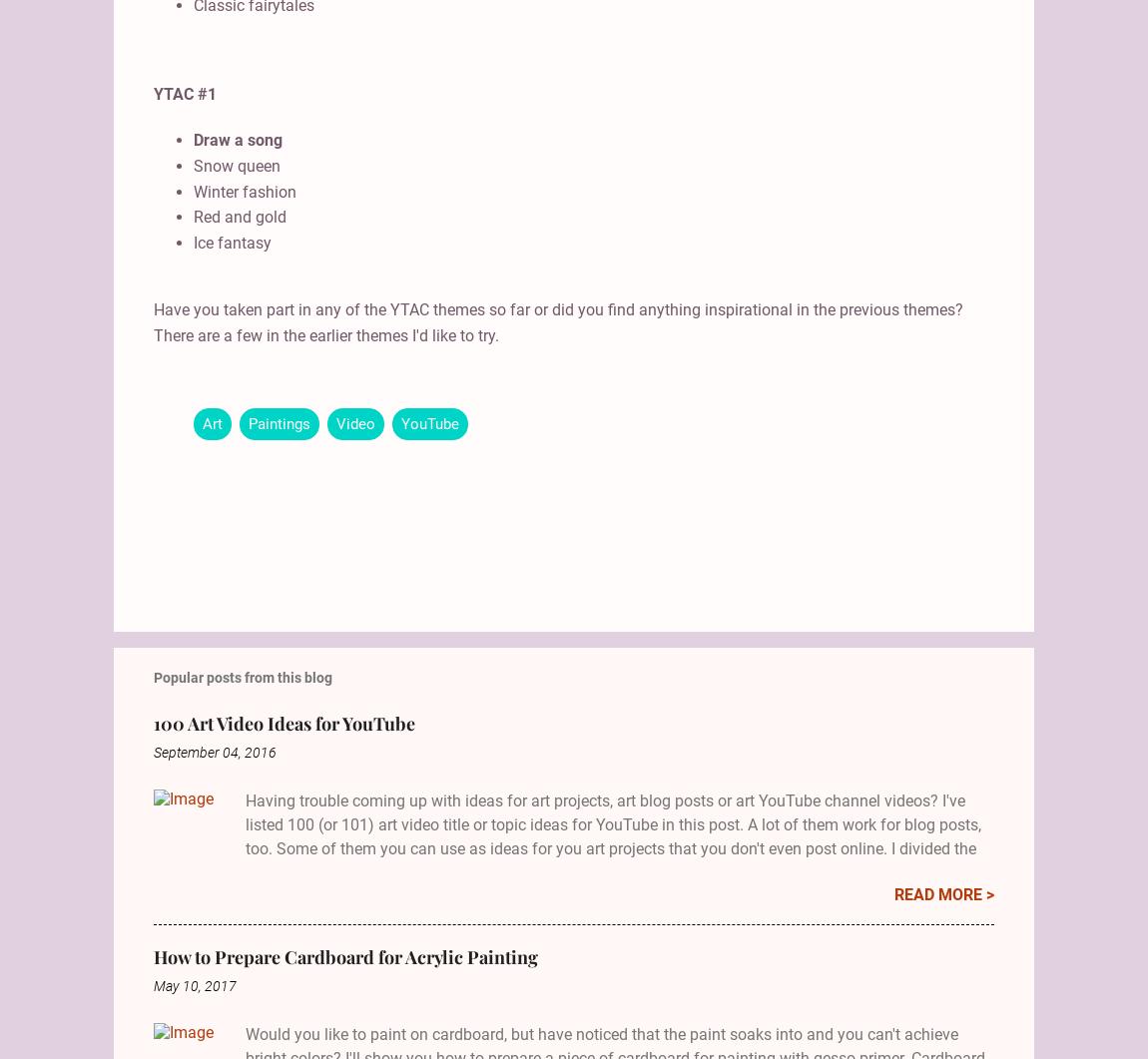 This screenshot has width=1148, height=1059. I want to click on 'Red and gold', so click(239, 216).